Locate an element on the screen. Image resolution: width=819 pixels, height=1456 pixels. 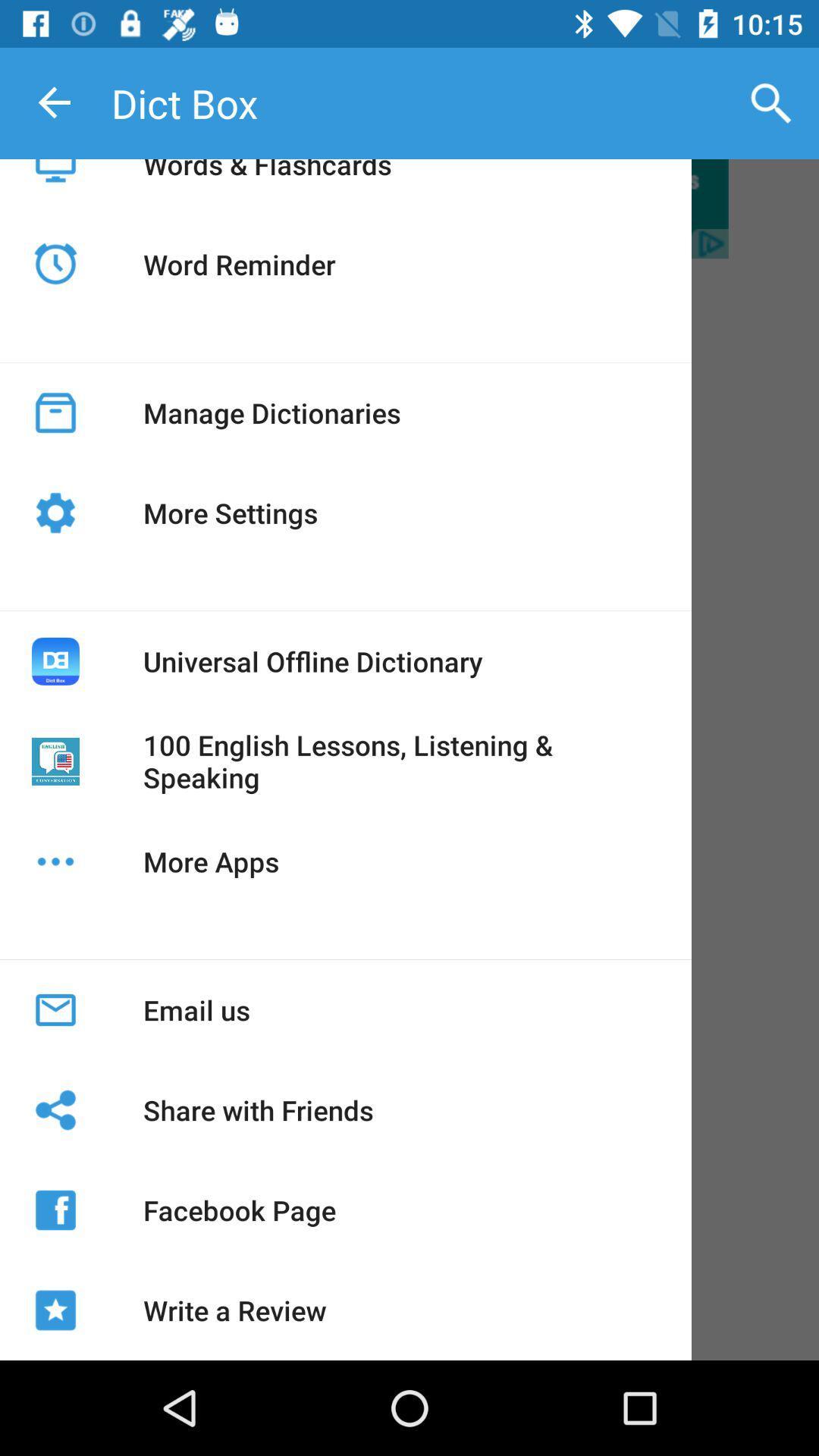
look for words is located at coordinates (409, 208).